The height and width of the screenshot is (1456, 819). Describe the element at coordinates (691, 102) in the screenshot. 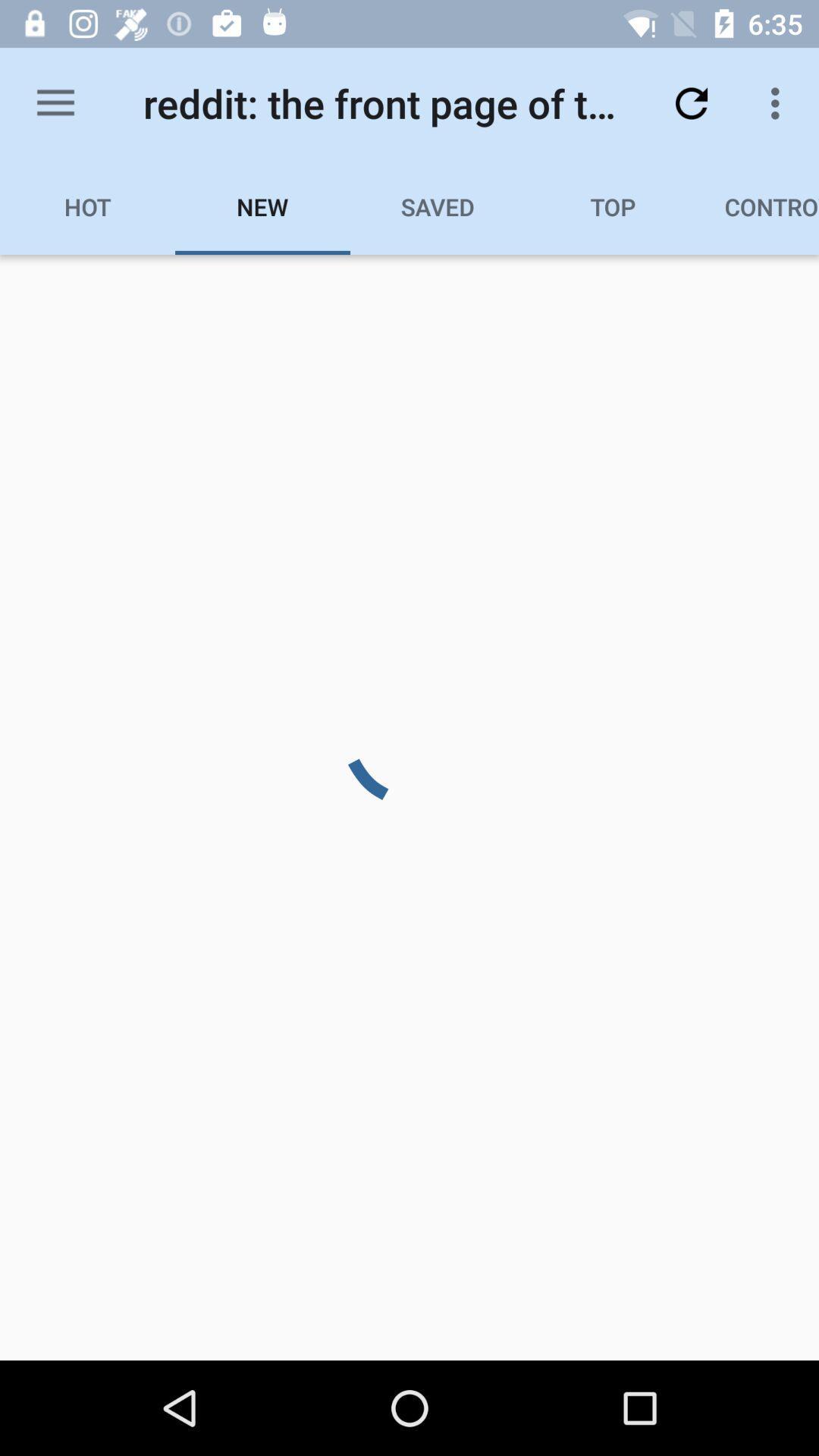

I see `the icon above top item` at that location.